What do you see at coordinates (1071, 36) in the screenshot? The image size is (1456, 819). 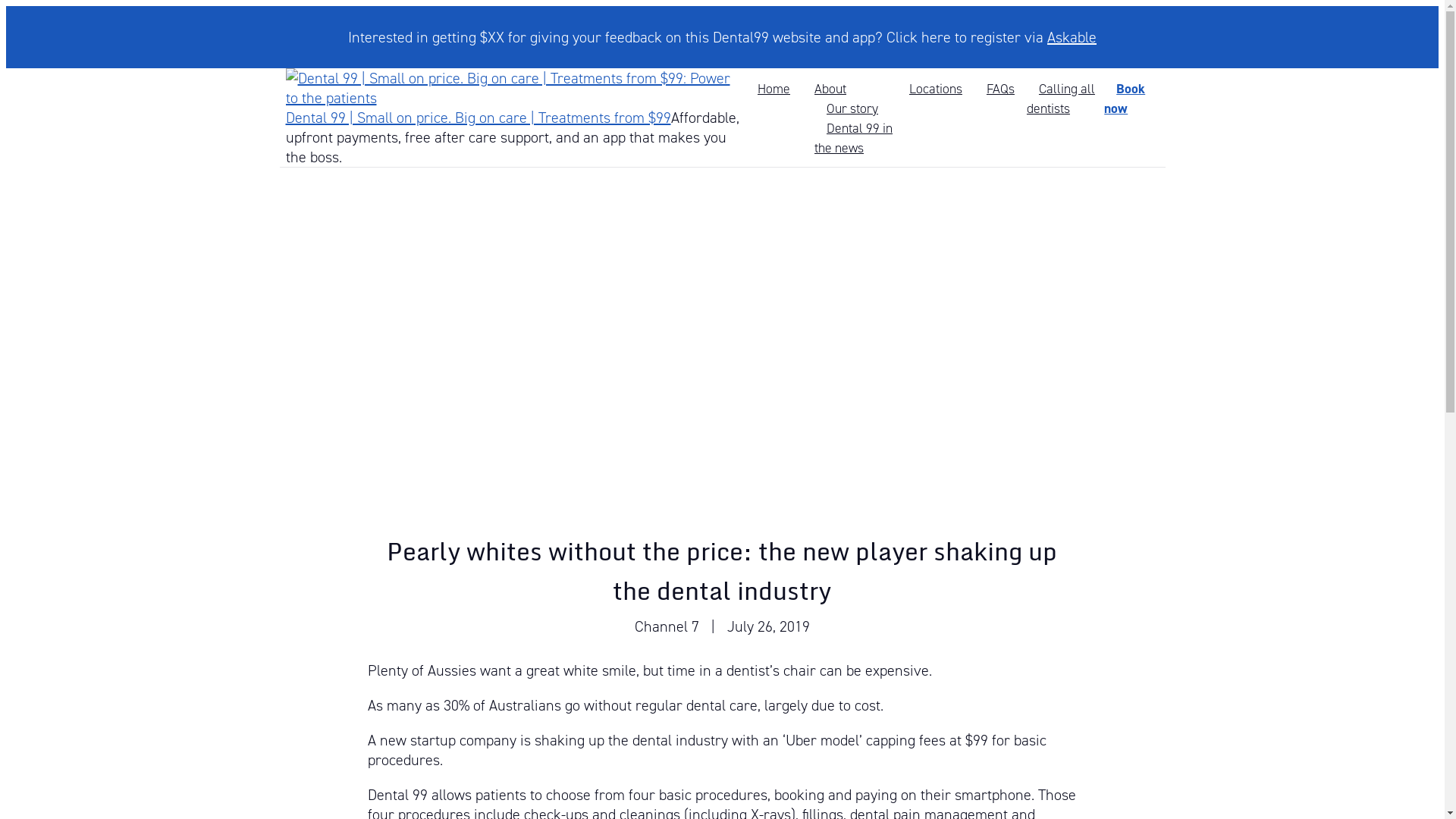 I see `'Askable'` at bounding box center [1071, 36].